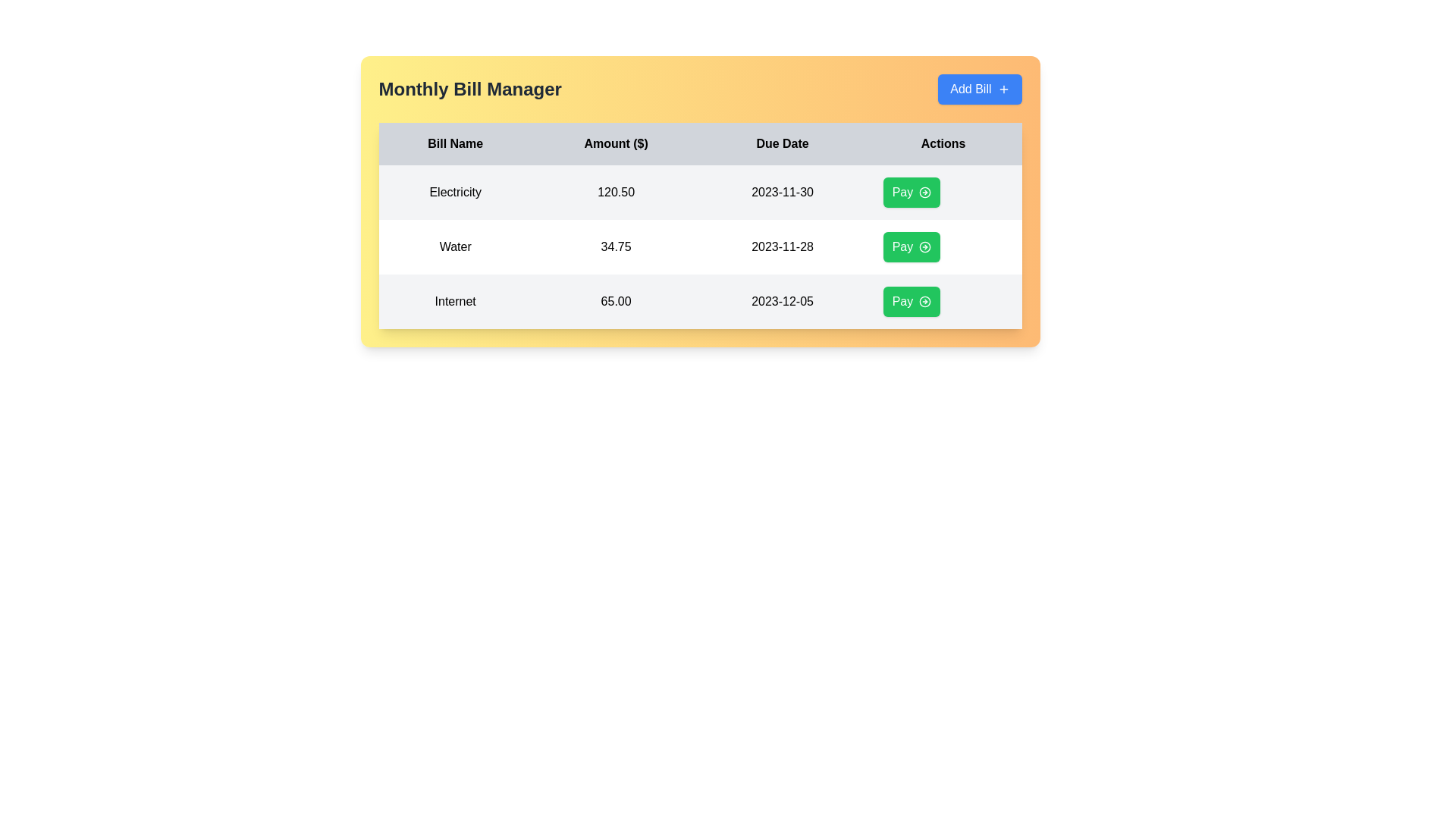 This screenshot has height=819, width=1456. Describe the element at coordinates (943, 301) in the screenshot. I see `the payment button located at the bottom of the Actions column in the table, aligned with the Internet bill of $65.00 due on 2023-12-05` at that location.